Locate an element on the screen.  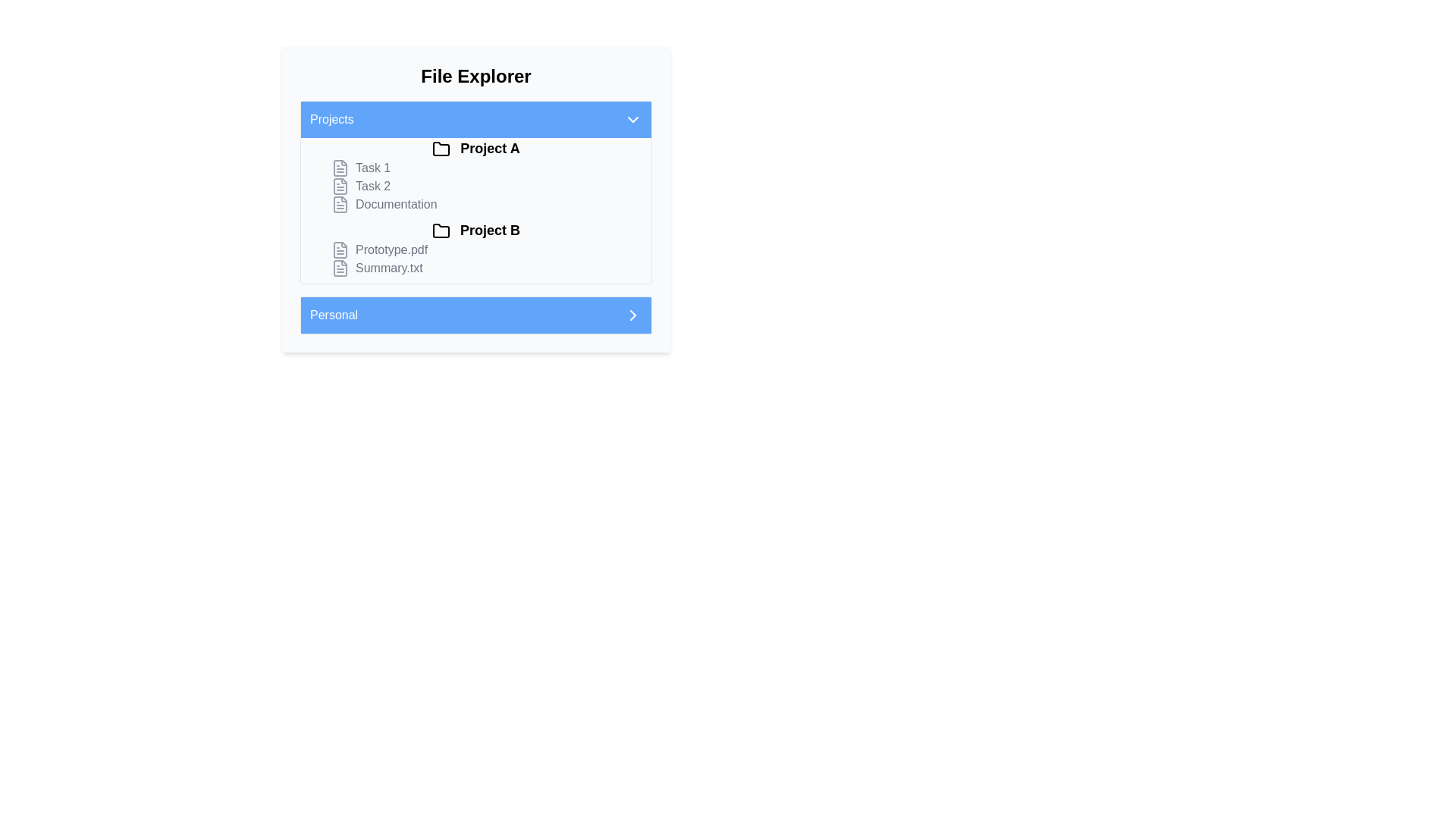
the accompanying icon for the project category label located at the top of the 'Projects' section in the File Explorer is located at coordinates (475, 149).